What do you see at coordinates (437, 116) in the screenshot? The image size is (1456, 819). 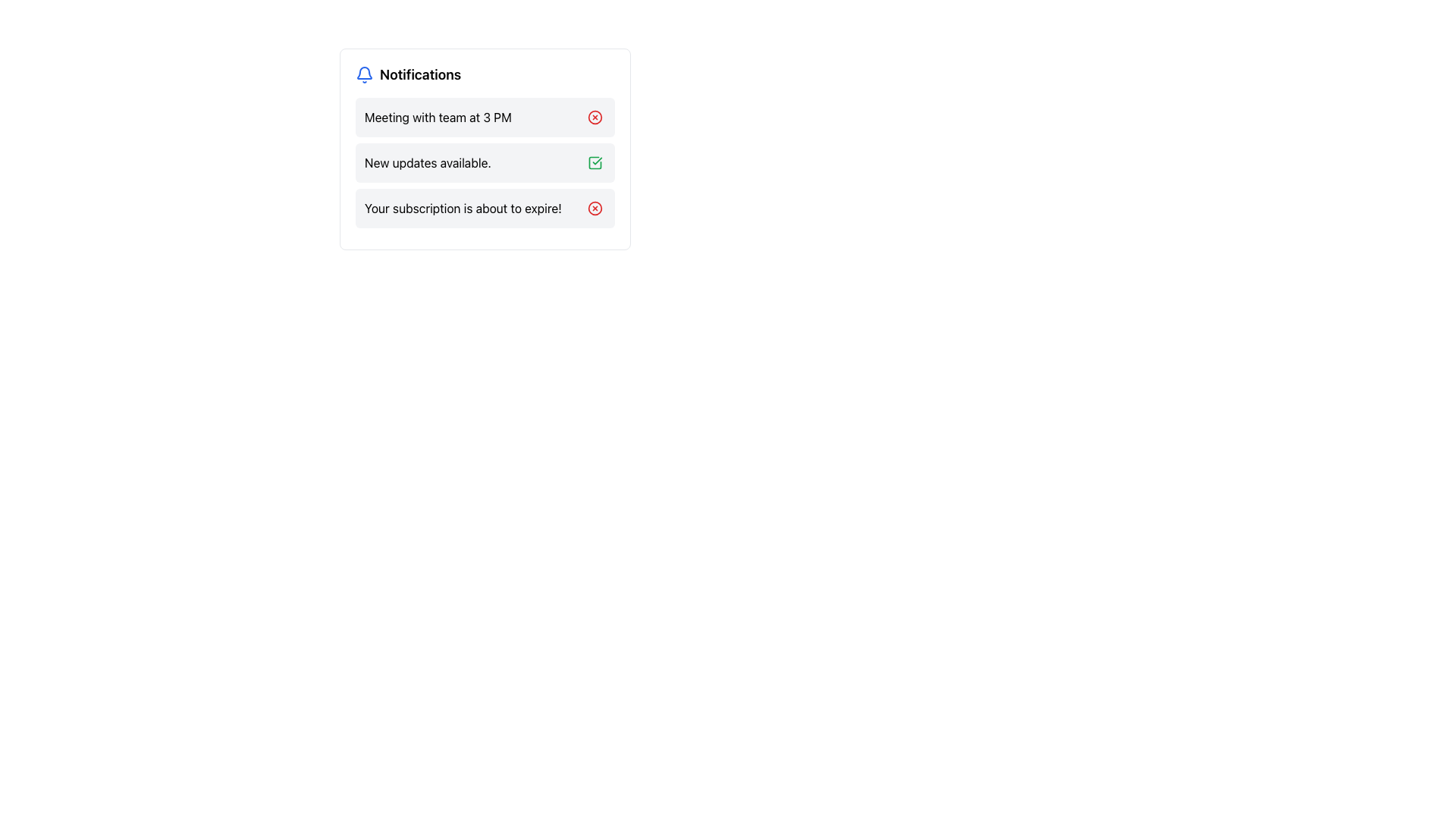 I see `the text label displaying 'Meeting with team at 3 PM' within the first notification item under the 'Notifications' header` at bounding box center [437, 116].